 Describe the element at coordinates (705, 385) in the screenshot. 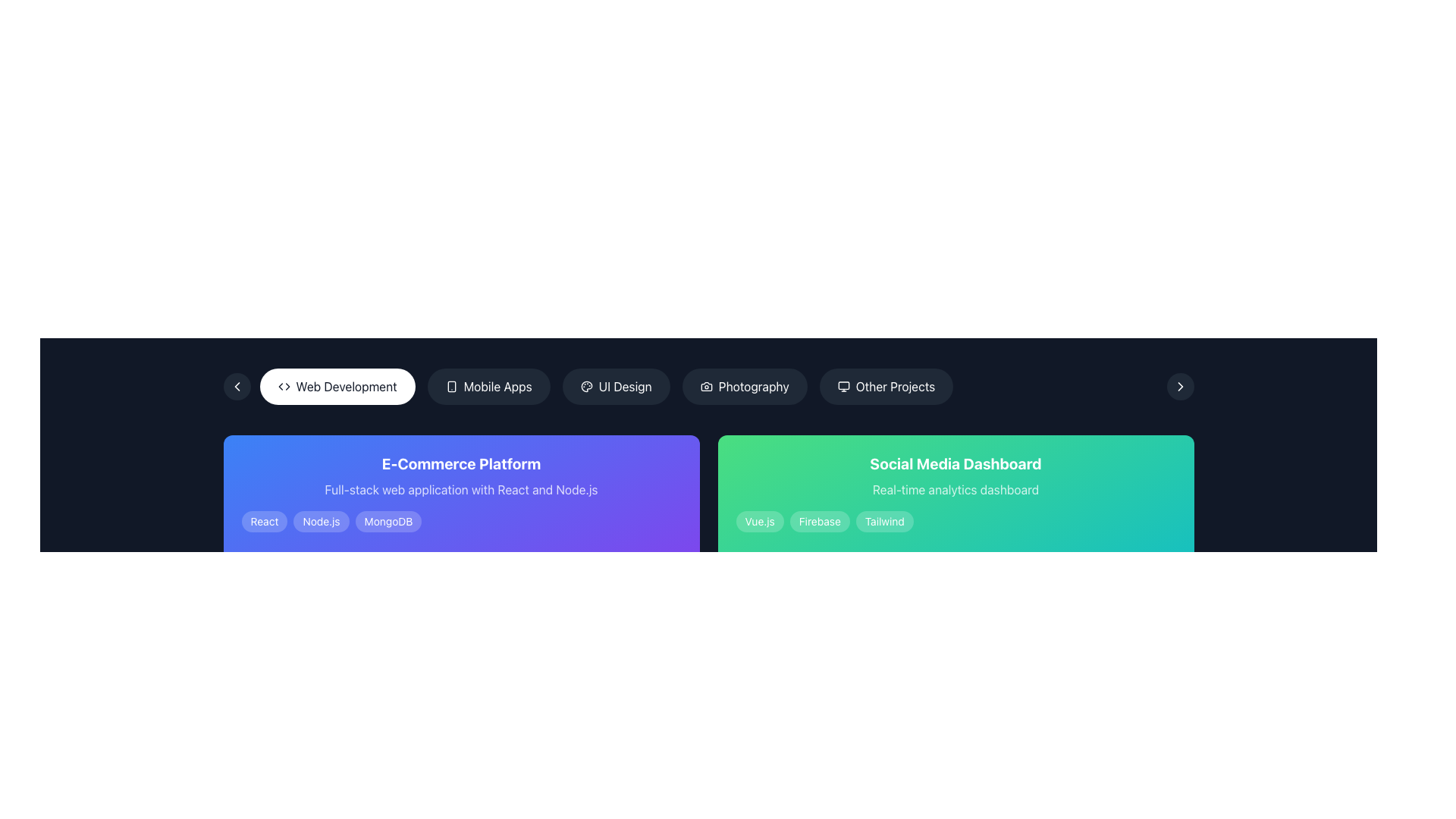

I see `the stylized camera icon located in the navigation section of the interface, which is part of the Photography category` at that location.